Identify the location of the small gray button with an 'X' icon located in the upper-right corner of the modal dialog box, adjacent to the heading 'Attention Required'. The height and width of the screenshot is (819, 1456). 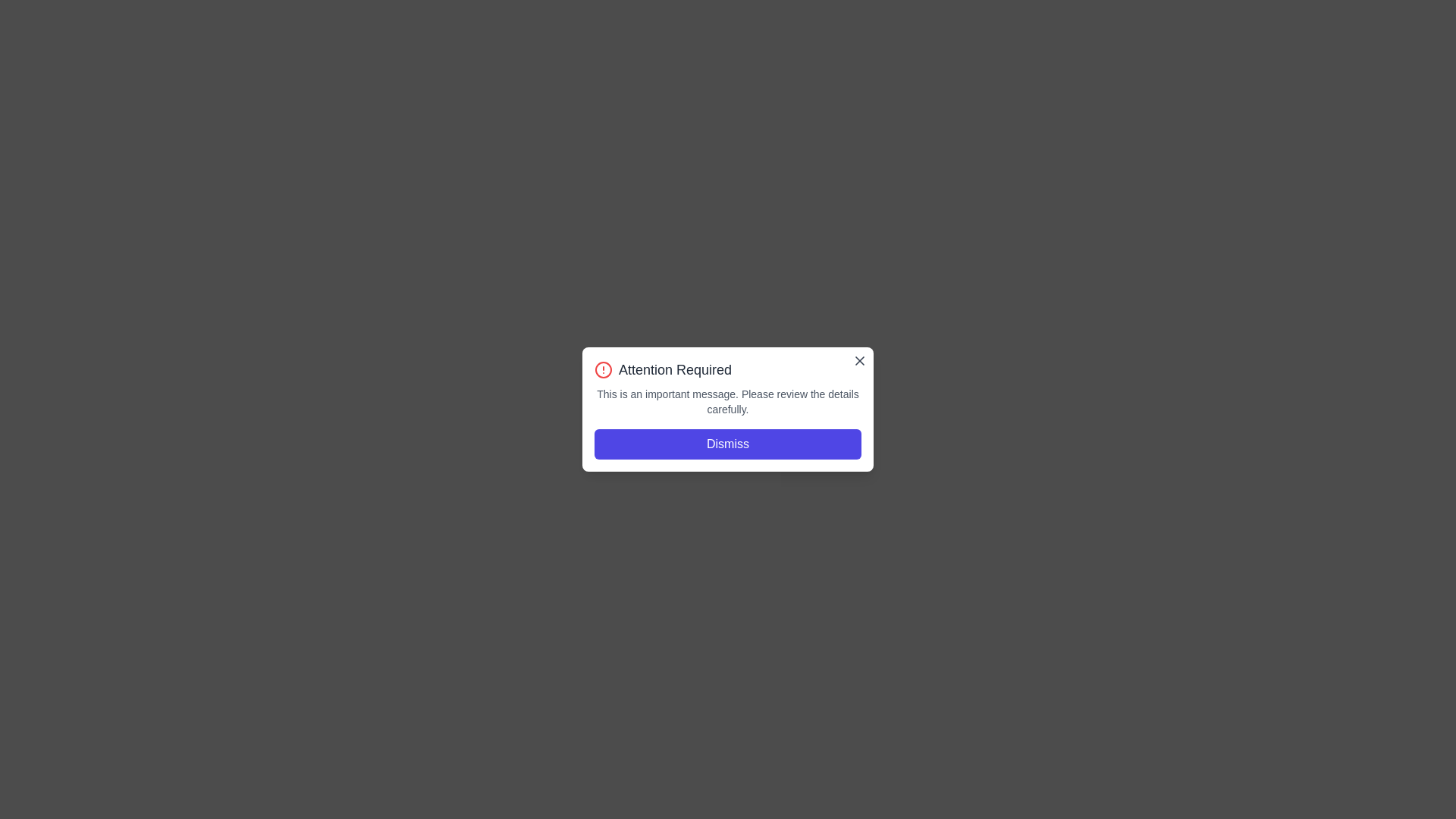
(859, 360).